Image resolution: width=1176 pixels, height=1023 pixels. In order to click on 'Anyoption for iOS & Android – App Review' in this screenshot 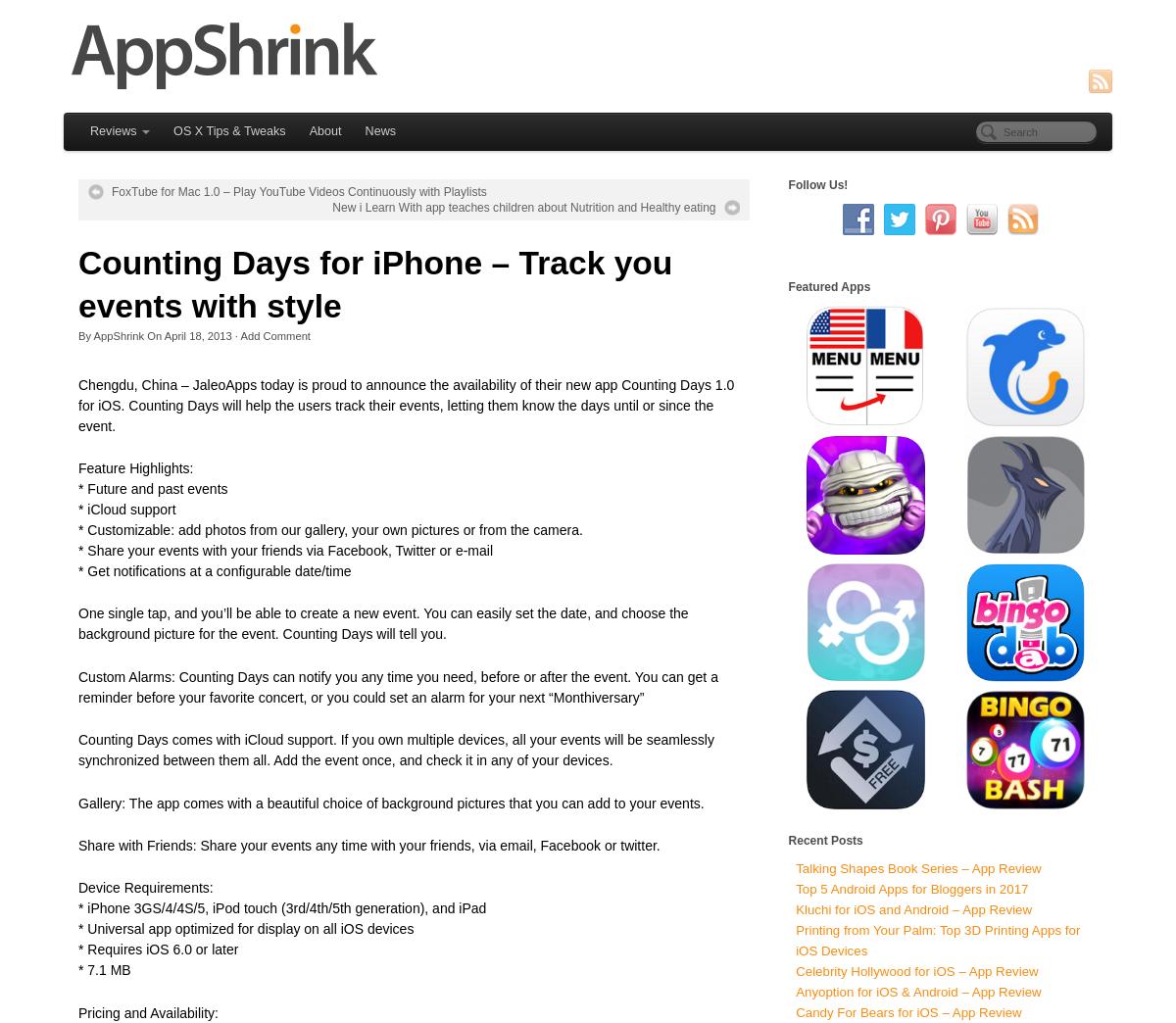, I will do `click(917, 992)`.